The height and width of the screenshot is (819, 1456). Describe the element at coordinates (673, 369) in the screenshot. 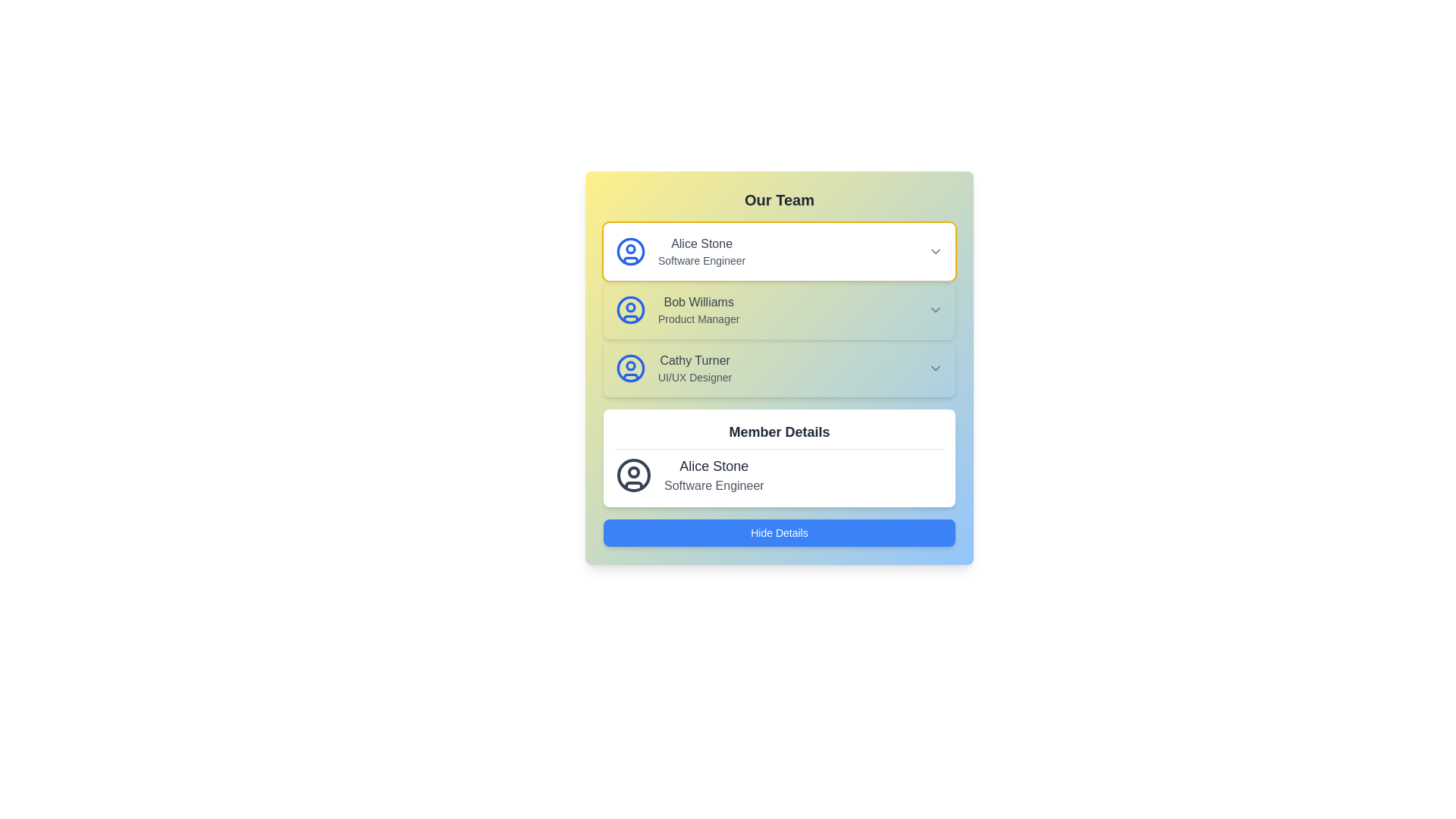

I see `the third Profile Card` at that location.